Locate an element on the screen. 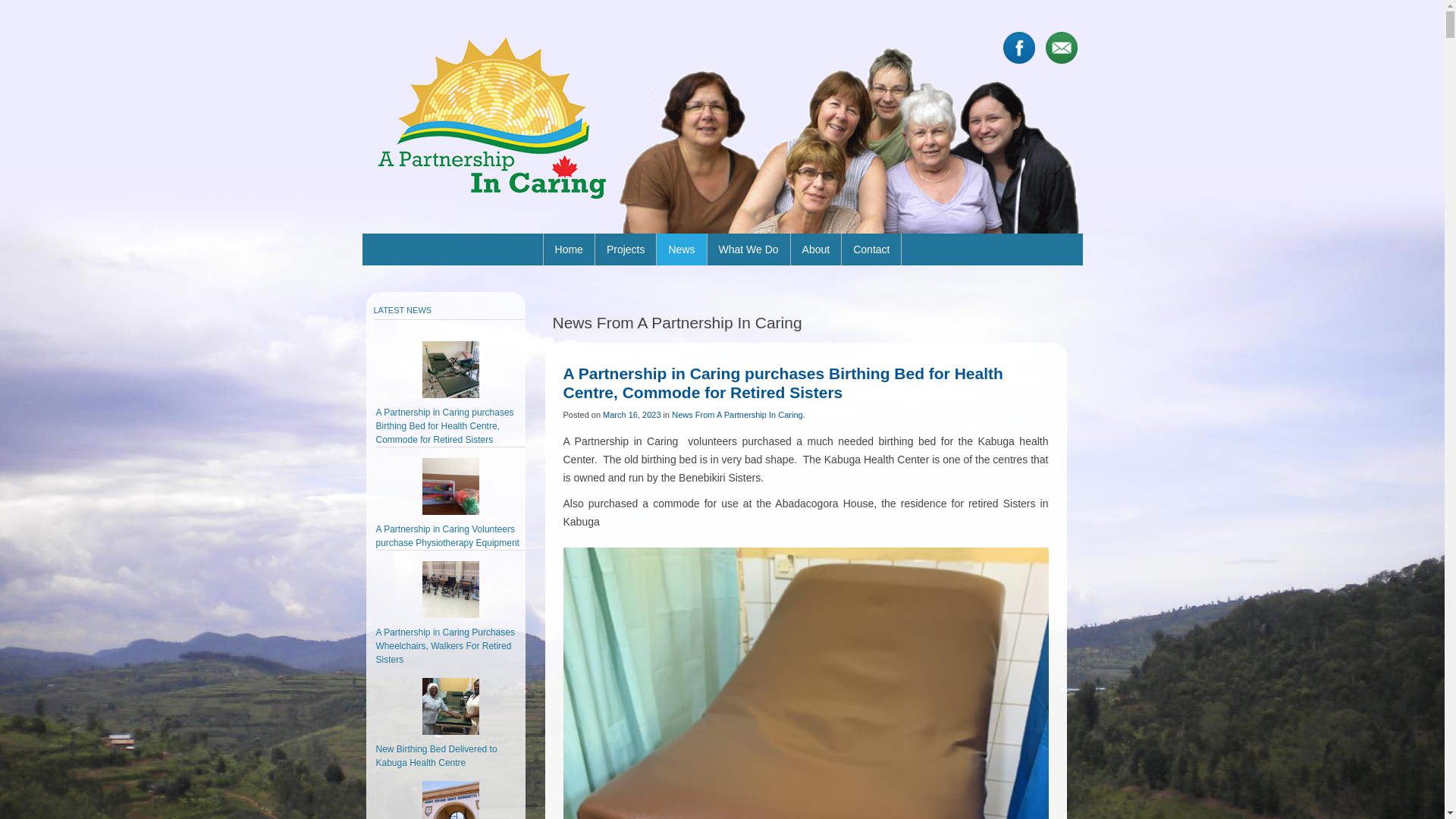 This screenshot has width=1456, height=819. 'A Partnership In Caring' is located at coordinates (491, 116).